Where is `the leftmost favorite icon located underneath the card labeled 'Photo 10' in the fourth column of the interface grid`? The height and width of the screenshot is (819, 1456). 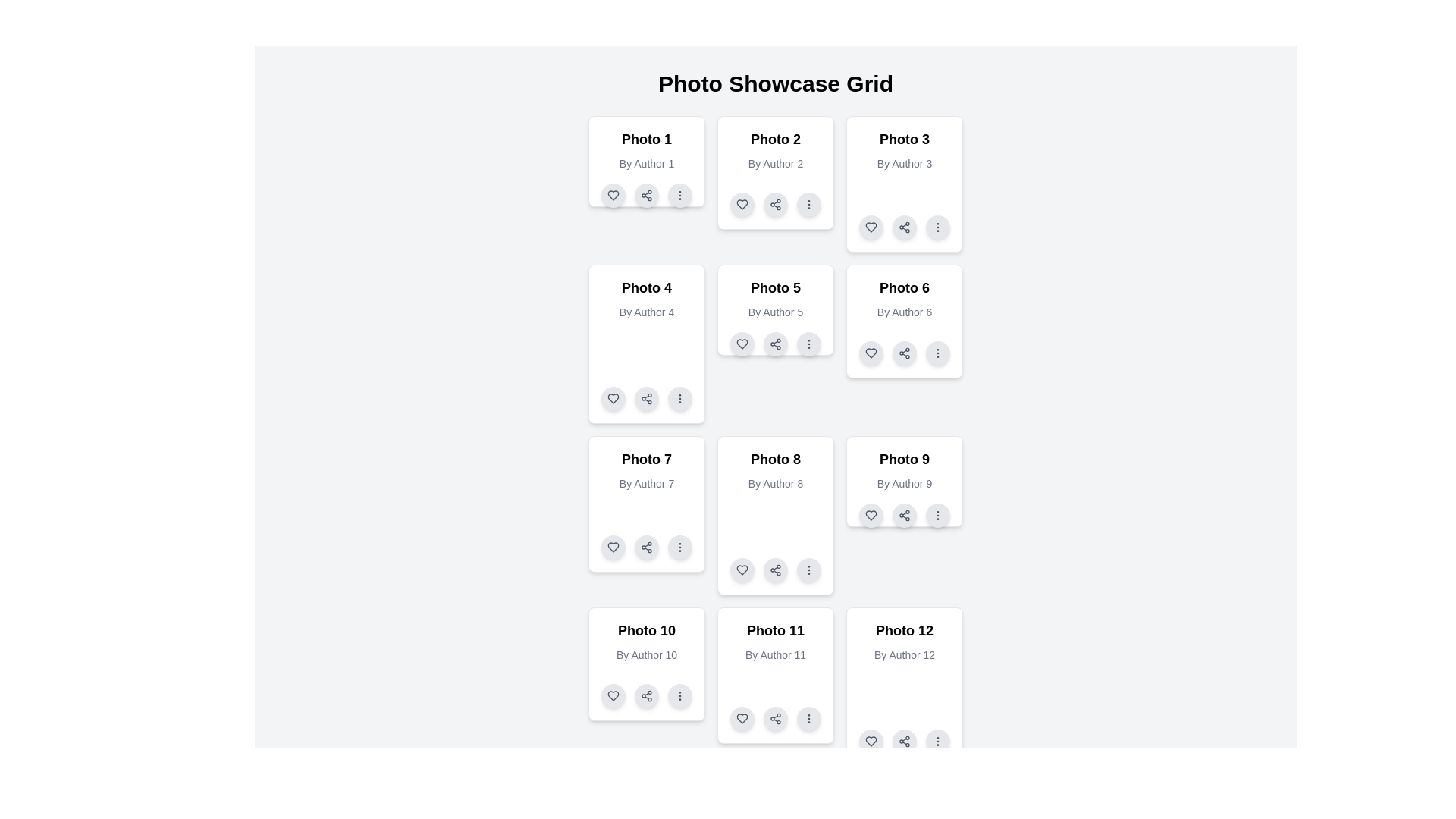
the leftmost favorite icon located underneath the card labeled 'Photo 10' in the fourth column of the interface grid is located at coordinates (613, 696).